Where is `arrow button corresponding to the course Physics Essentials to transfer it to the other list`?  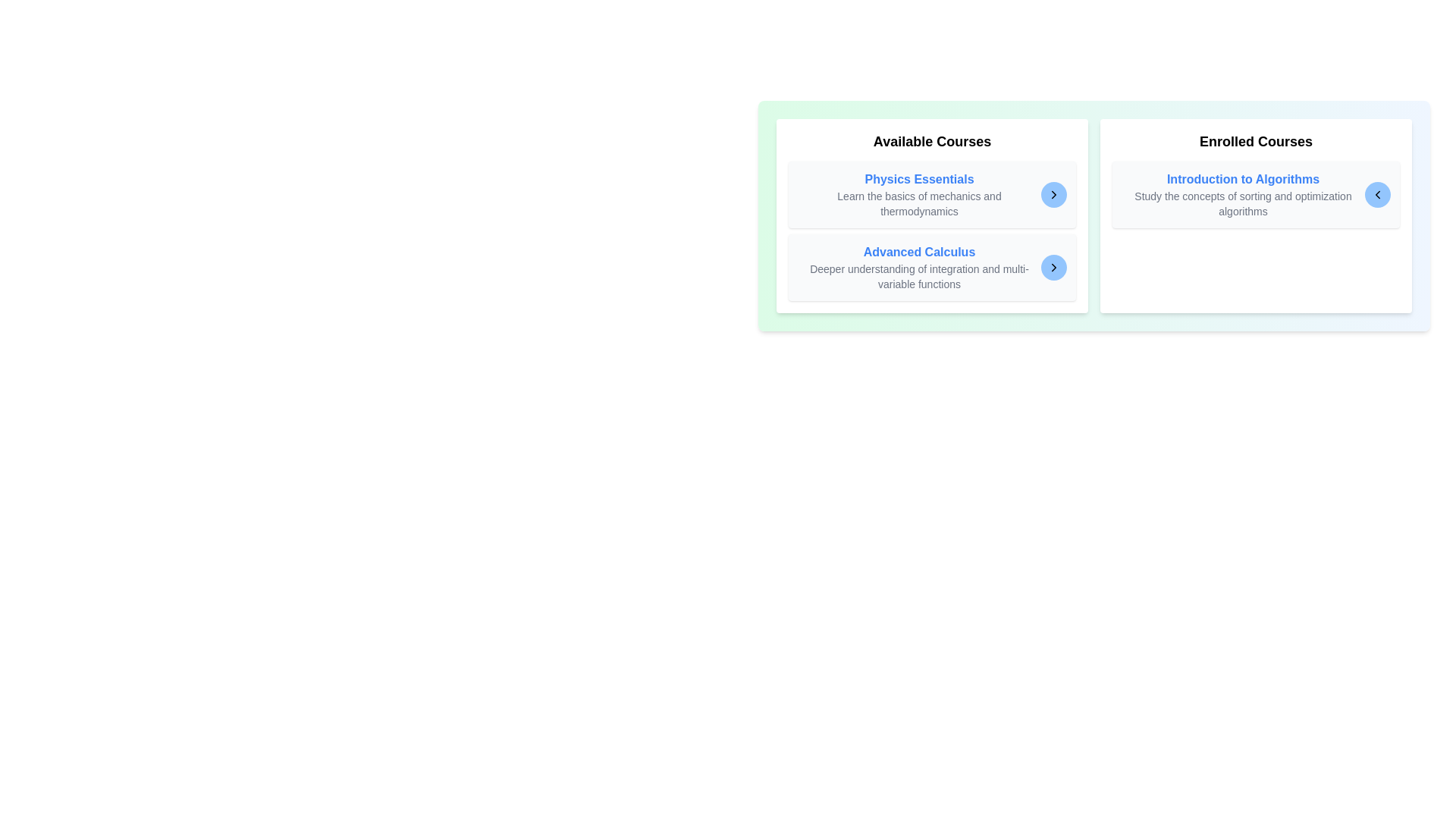
arrow button corresponding to the course Physics Essentials to transfer it to the other list is located at coordinates (1053, 194).